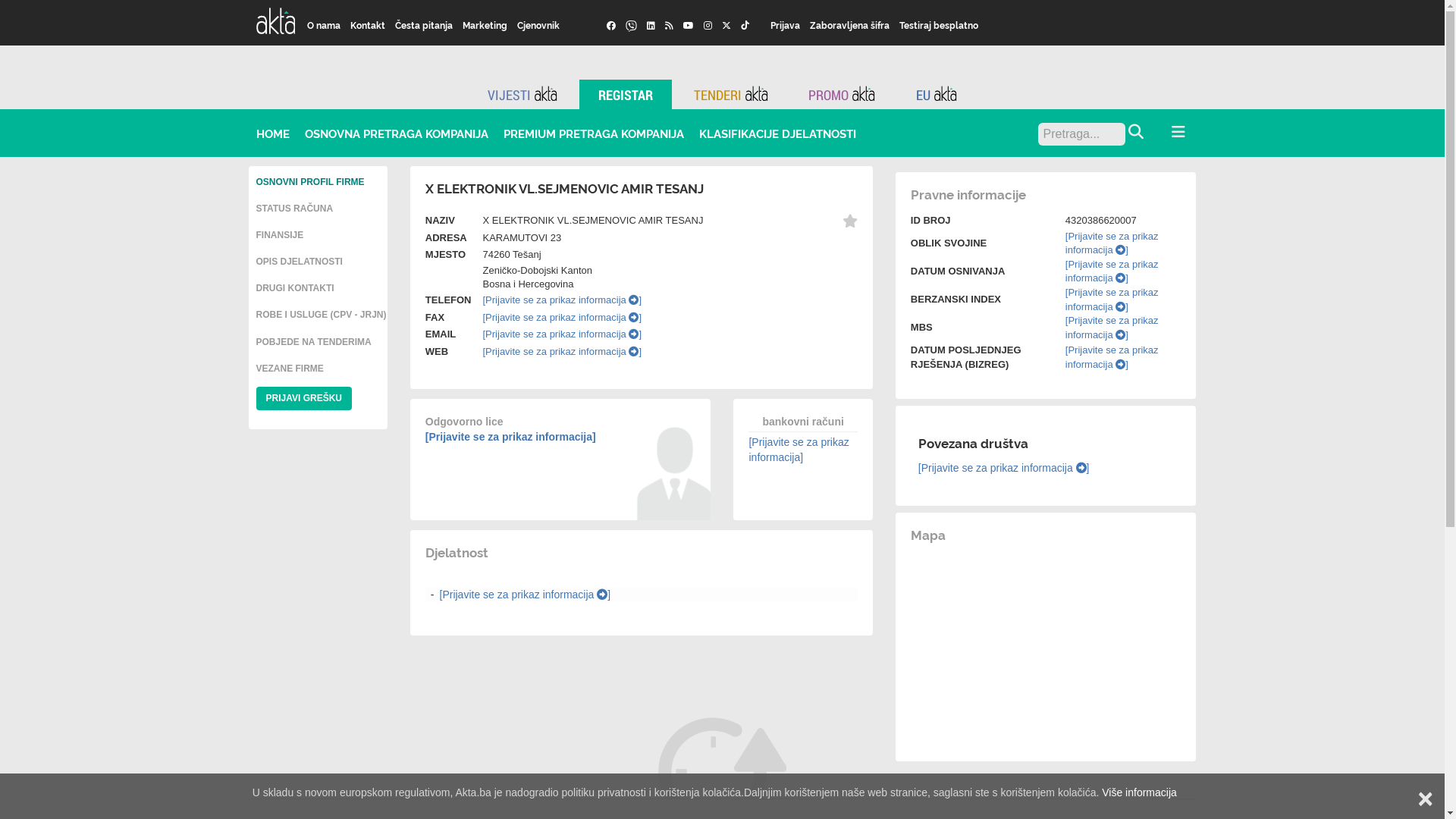 The image size is (1456, 819). I want to click on 'Testiraj besplatno', so click(938, 25).